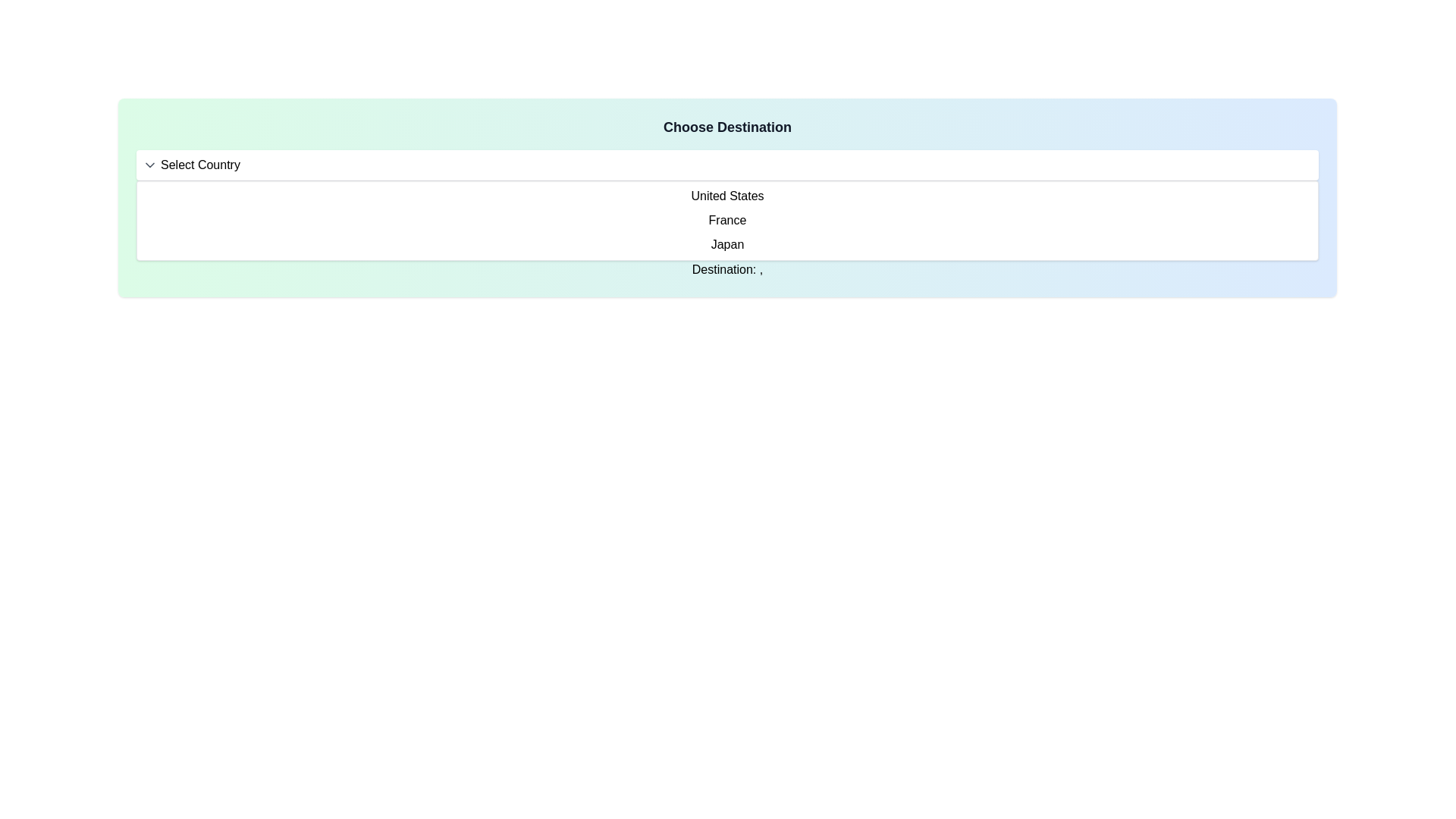 The width and height of the screenshot is (1456, 819). Describe the element at coordinates (199, 165) in the screenshot. I see `the text label for the dropdown component` at that location.